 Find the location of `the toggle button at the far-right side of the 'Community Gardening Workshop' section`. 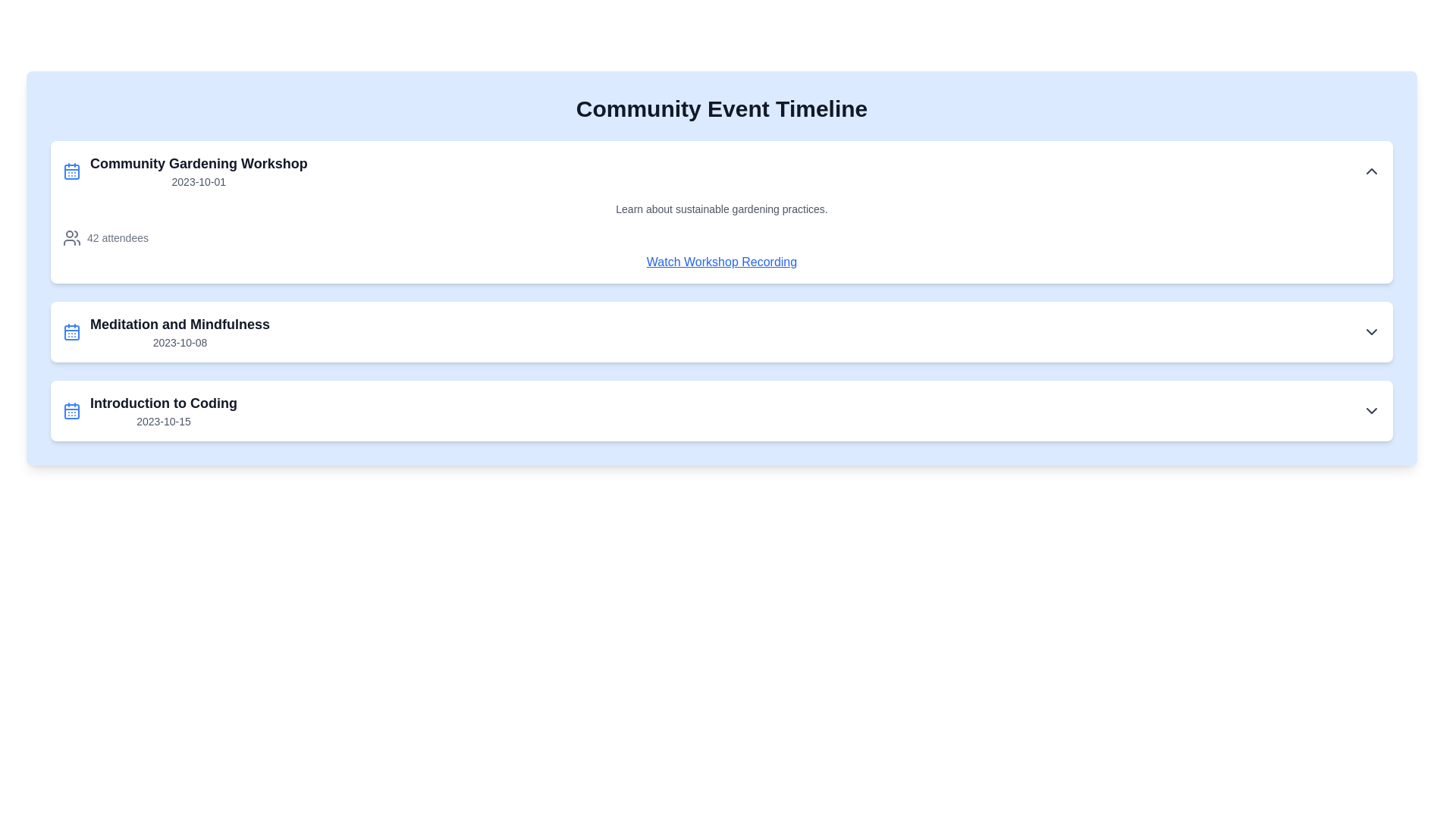

the toggle button at the far-right side of the 'Community Gardening Workshop' section is located at coordinates (1372, 171).